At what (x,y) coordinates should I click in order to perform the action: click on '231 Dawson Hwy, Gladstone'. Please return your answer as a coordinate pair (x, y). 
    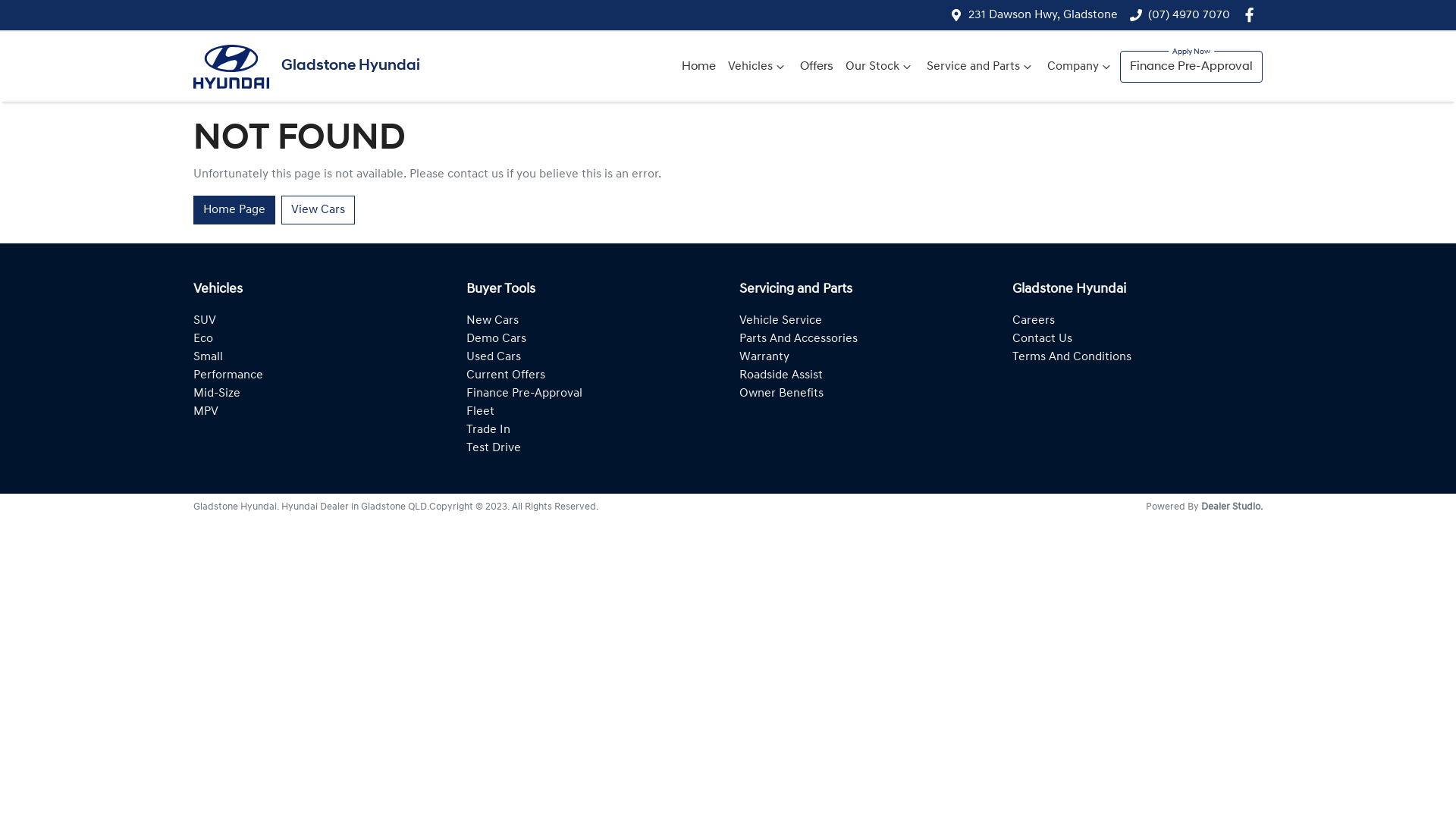
    Looking at the image, I should click on (1042, 14).